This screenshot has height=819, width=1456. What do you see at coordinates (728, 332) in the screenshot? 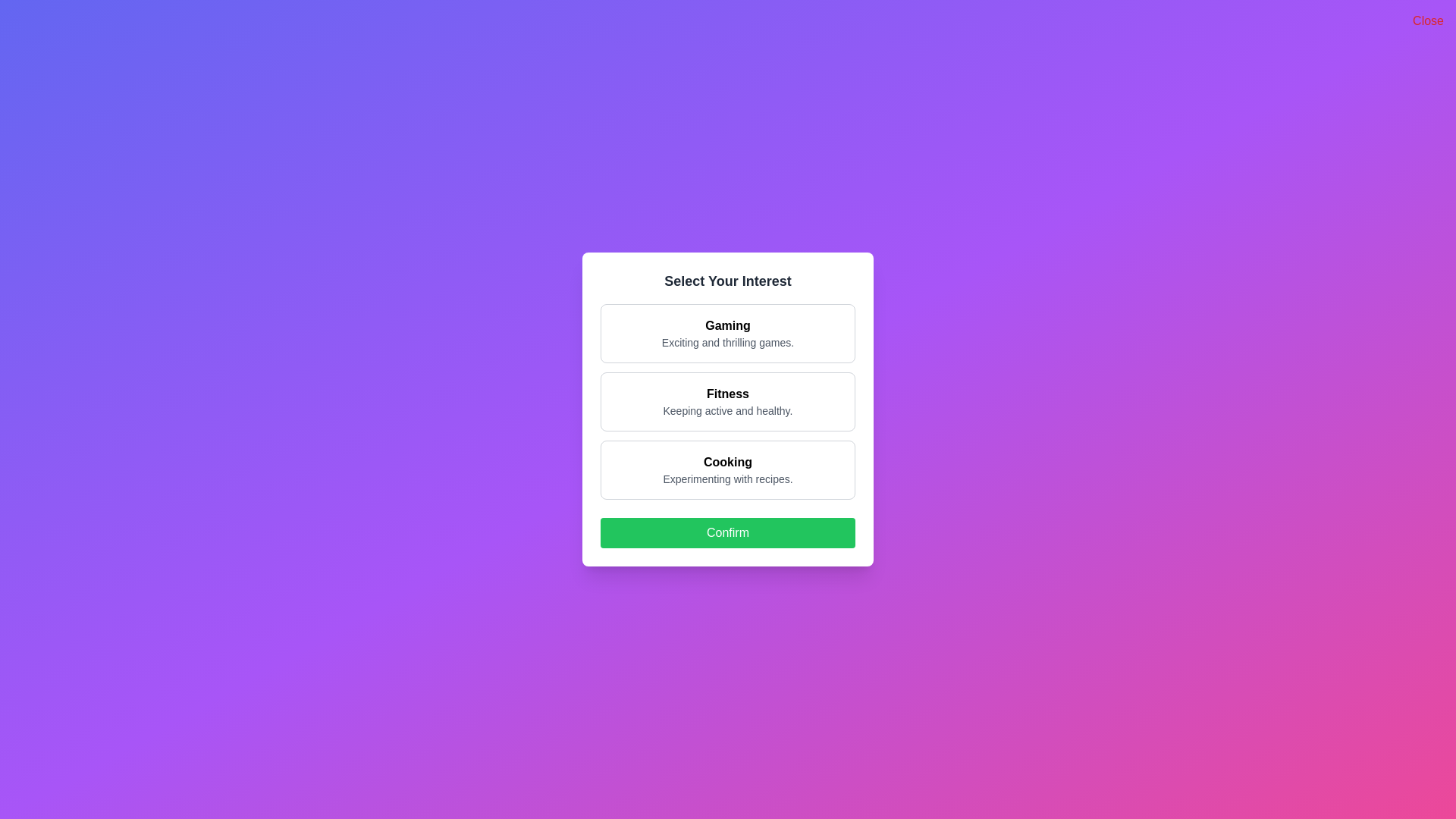
I see `the interest option Gaming by clicking on it` at bounding box center [728, 332].